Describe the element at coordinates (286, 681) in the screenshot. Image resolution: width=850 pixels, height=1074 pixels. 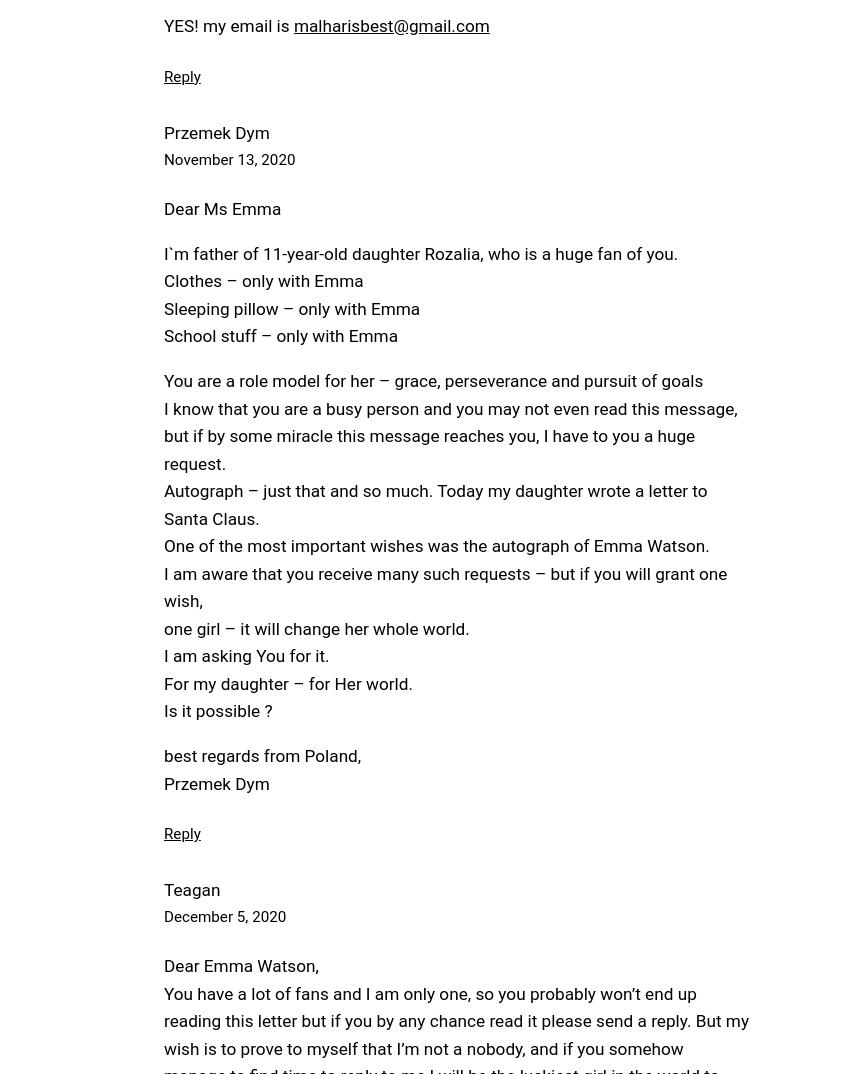
I see `'For my daughter – for Her world.'` at that location.